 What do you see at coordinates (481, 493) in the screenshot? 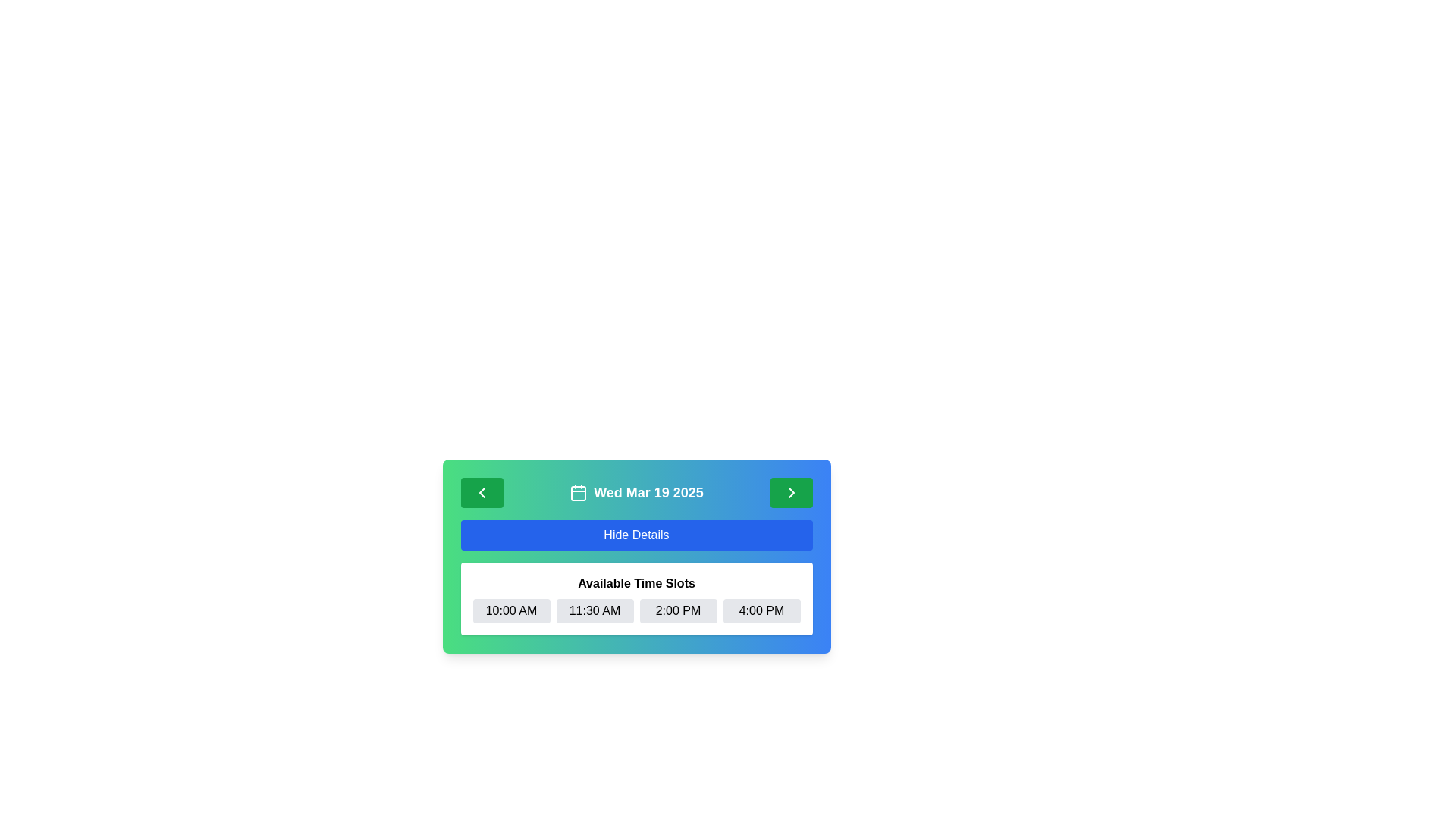
I see `the navigation button for cycling through dates located to the left of the displayed date 'Wed Mar 19 2025'` at bounding box center [481, 493].